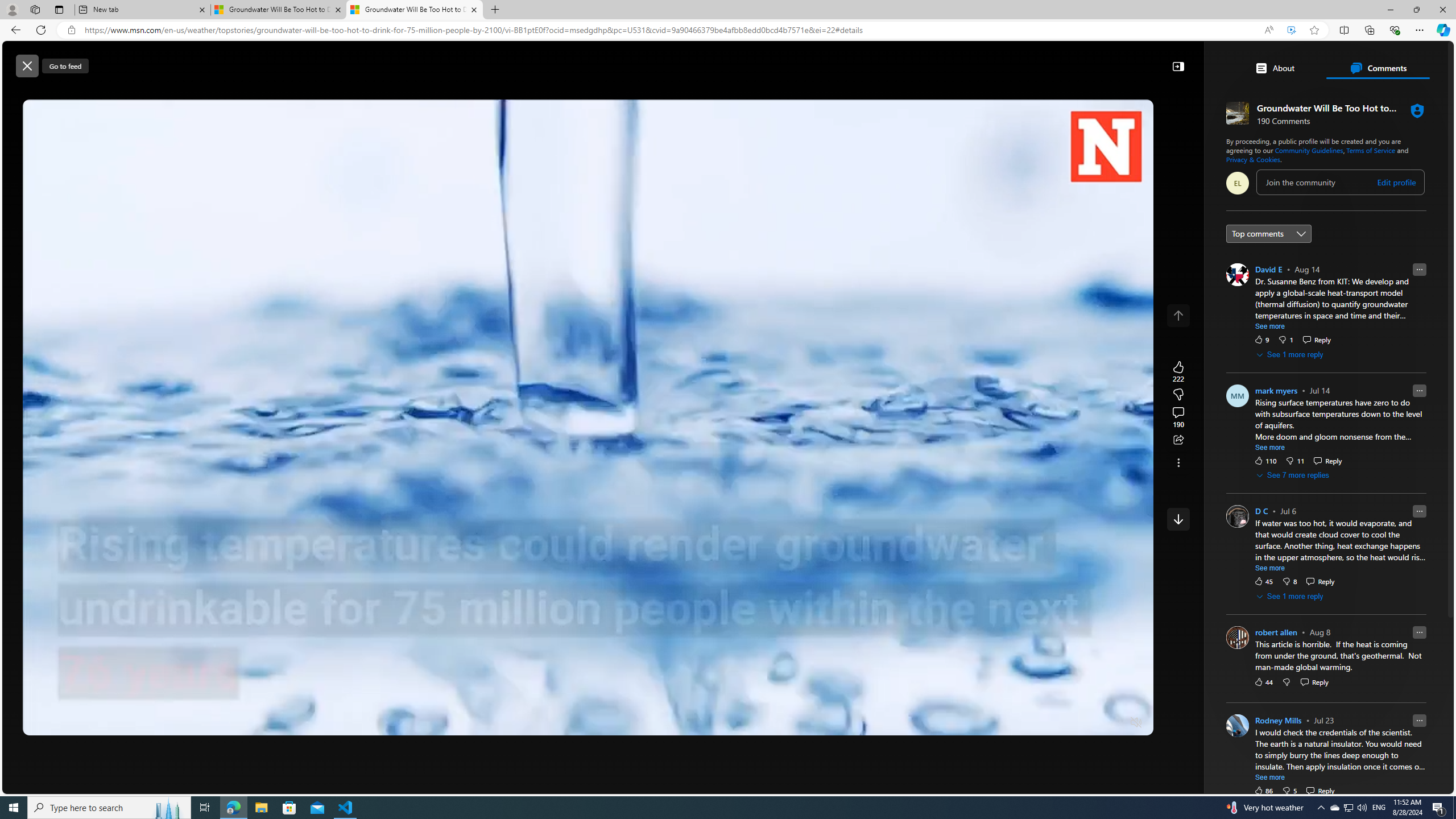  Describe the element at coordinates (1290, 597) in the screenshot. I see `'See 1 more reply'` at that location.